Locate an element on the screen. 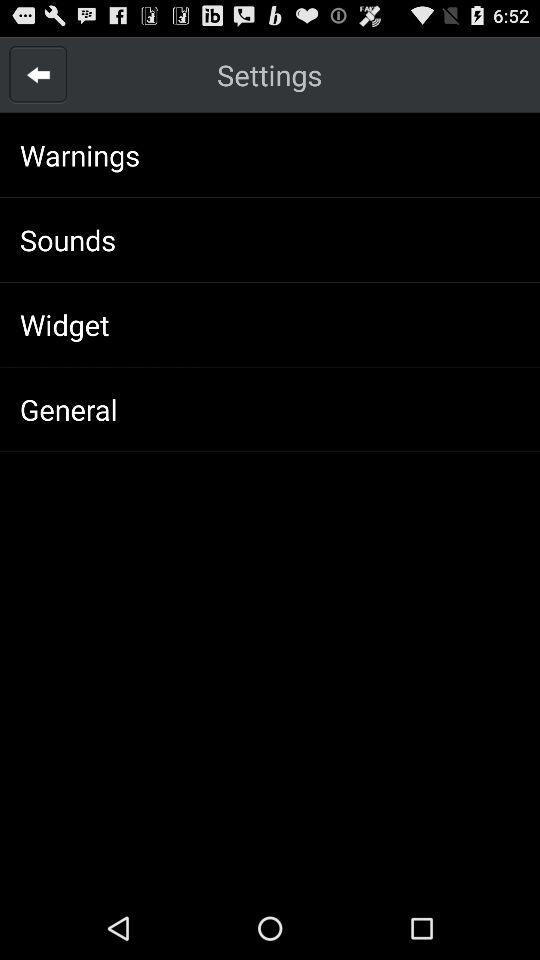  the item below sounds is located at coordinates (64, 324).